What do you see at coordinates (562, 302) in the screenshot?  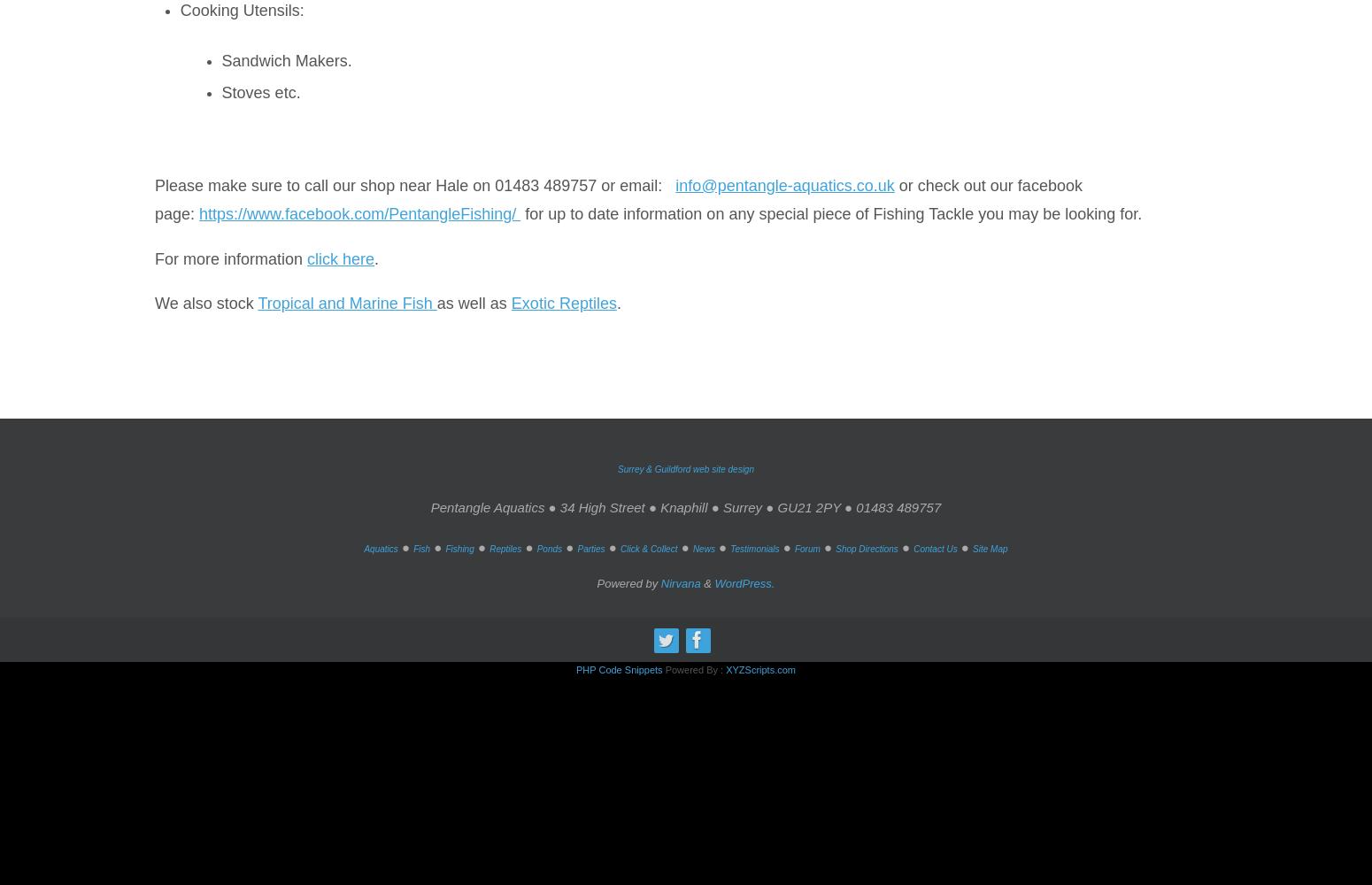 I see `'Exotic Reptiles'` at bounding box center [562, 302].